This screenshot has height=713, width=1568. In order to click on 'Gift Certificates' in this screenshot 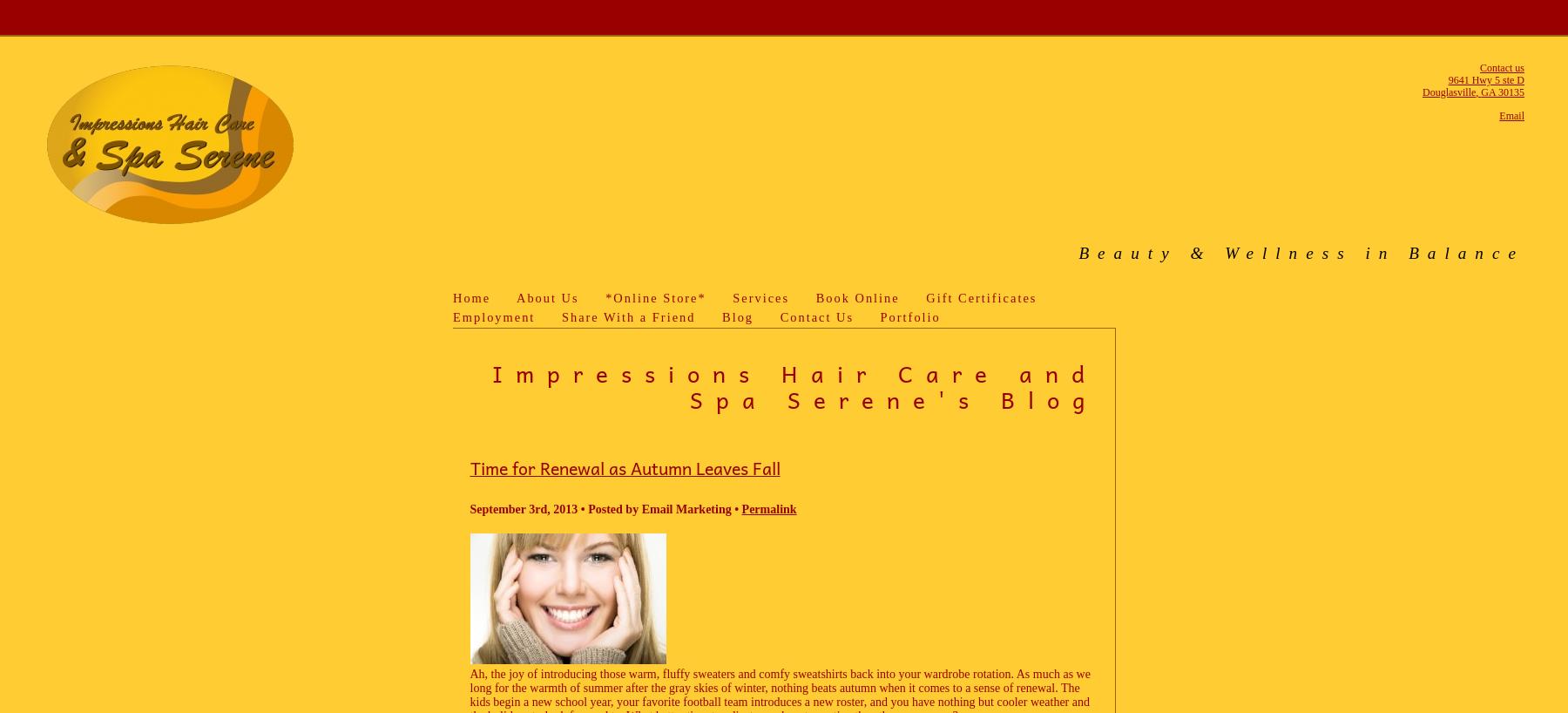, I will do `click(980, 298)`.